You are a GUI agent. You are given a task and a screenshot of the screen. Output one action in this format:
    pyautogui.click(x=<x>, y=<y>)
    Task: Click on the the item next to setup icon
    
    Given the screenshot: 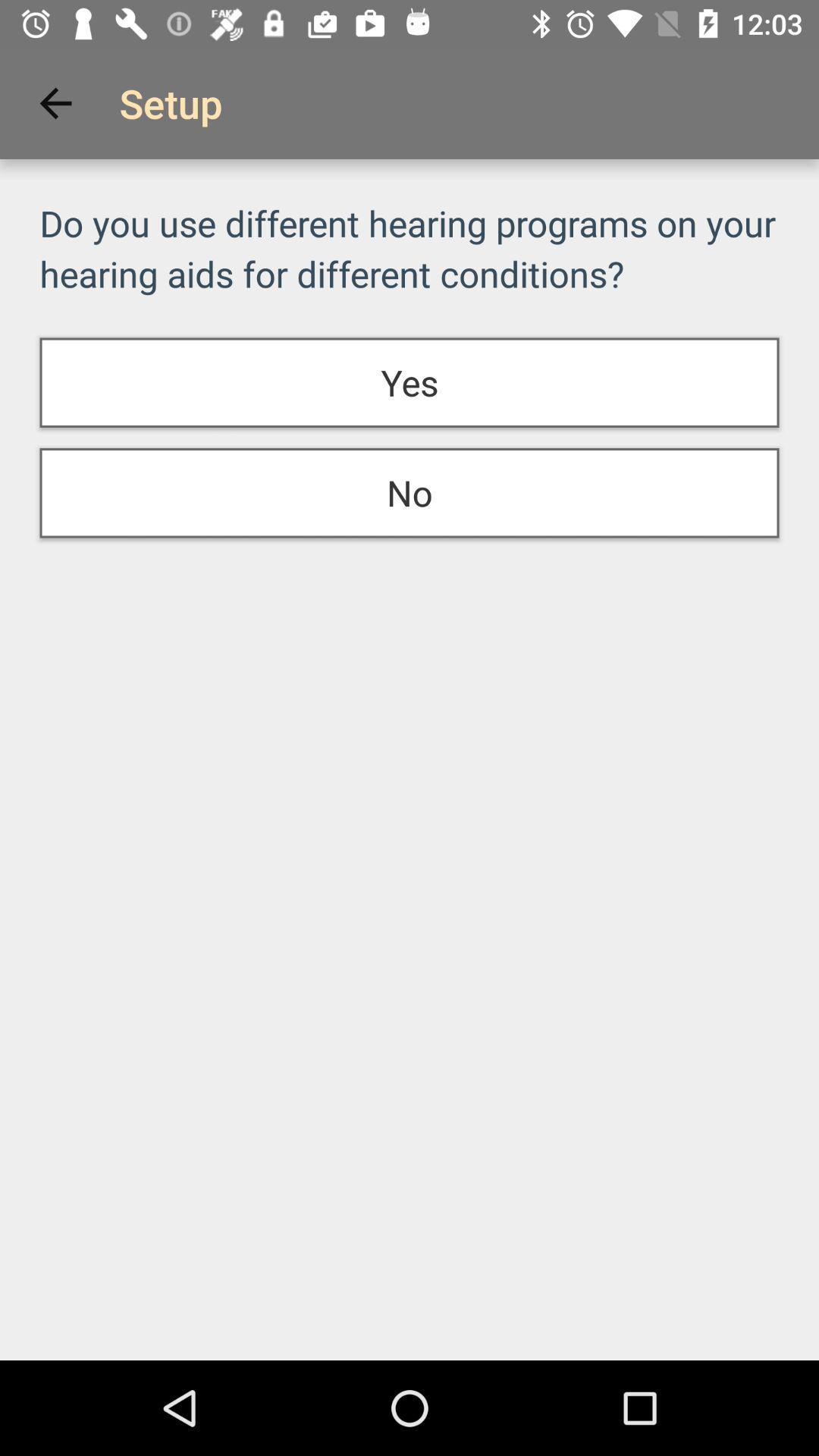 What is the action you would take?
    pyautogui.click(x=55, y=102)
    